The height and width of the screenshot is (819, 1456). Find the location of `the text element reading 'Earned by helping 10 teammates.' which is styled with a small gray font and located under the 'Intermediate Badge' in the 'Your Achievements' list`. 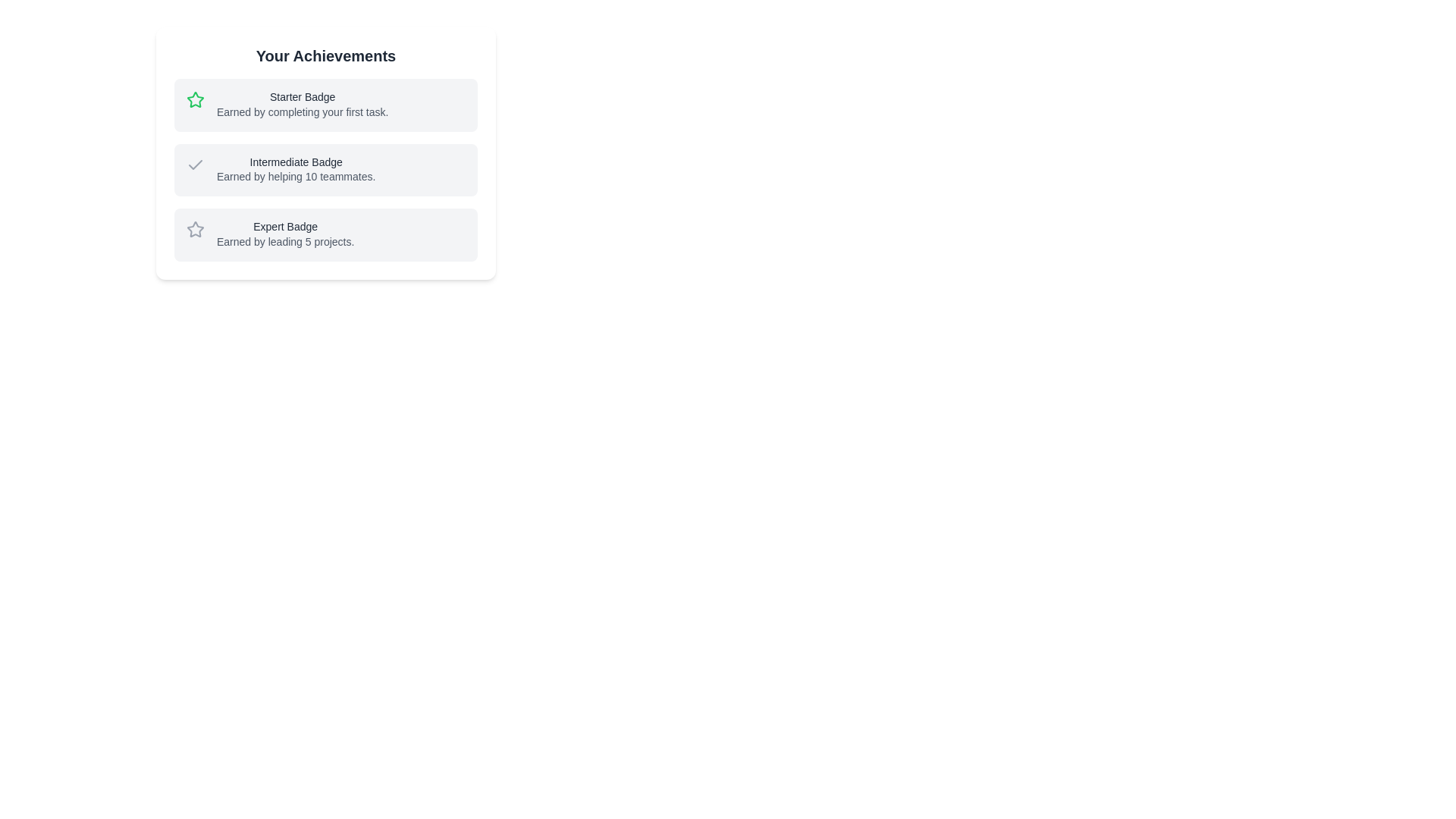

the text element reading 'Earned by helping 10 teammates.' which is styled with a small gray font and located under the 'Intermediate Badge' in the 'Your Achievements' list is located at coordinates (296, 175).